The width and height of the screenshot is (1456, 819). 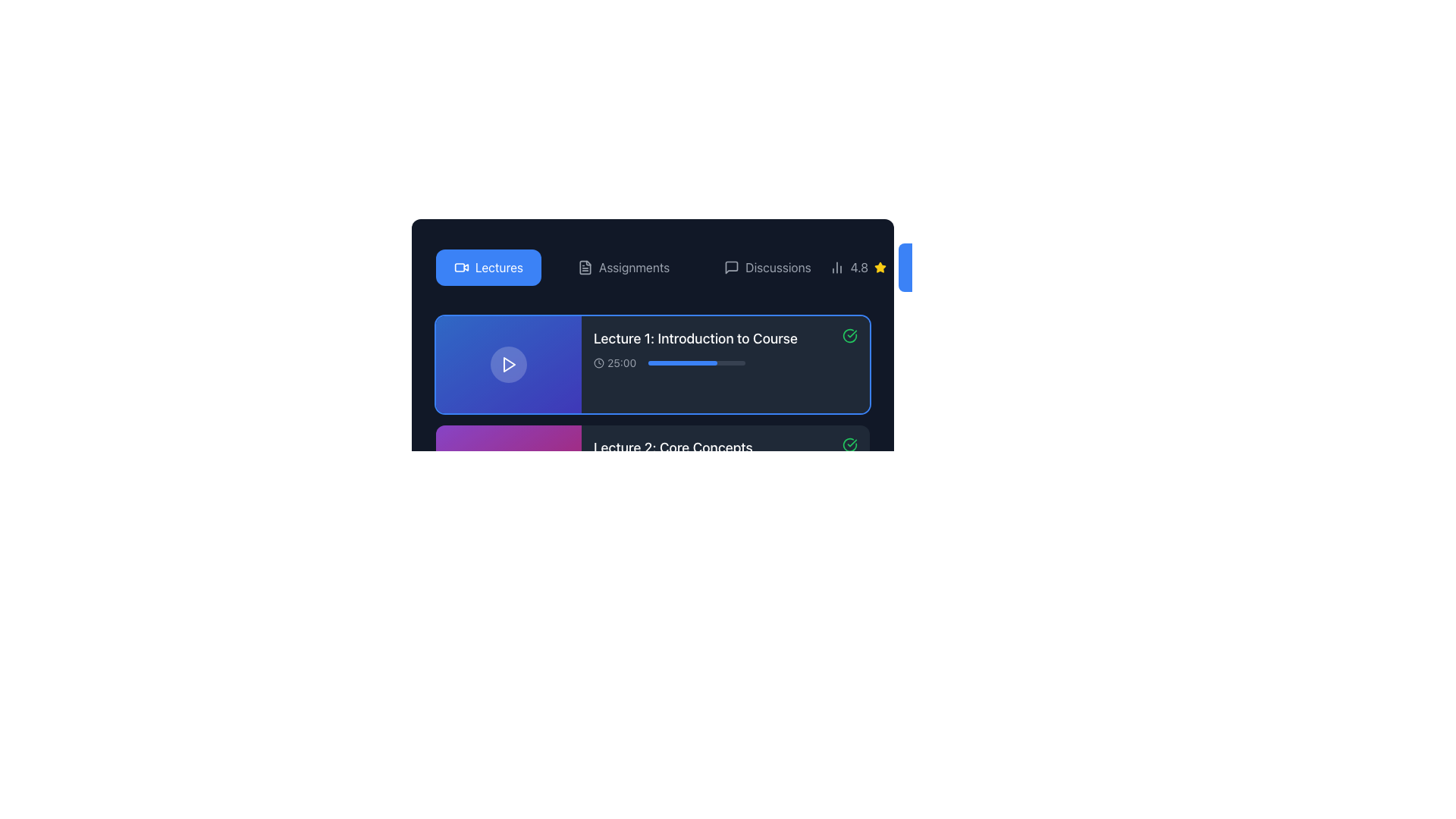 What do you see at coordinates (509, 365) in the screenshot?
I see `the play button icon located on the left side of the lecture title 'Lecture 1: Introduction to Course'` at bounding box center [509, 365].